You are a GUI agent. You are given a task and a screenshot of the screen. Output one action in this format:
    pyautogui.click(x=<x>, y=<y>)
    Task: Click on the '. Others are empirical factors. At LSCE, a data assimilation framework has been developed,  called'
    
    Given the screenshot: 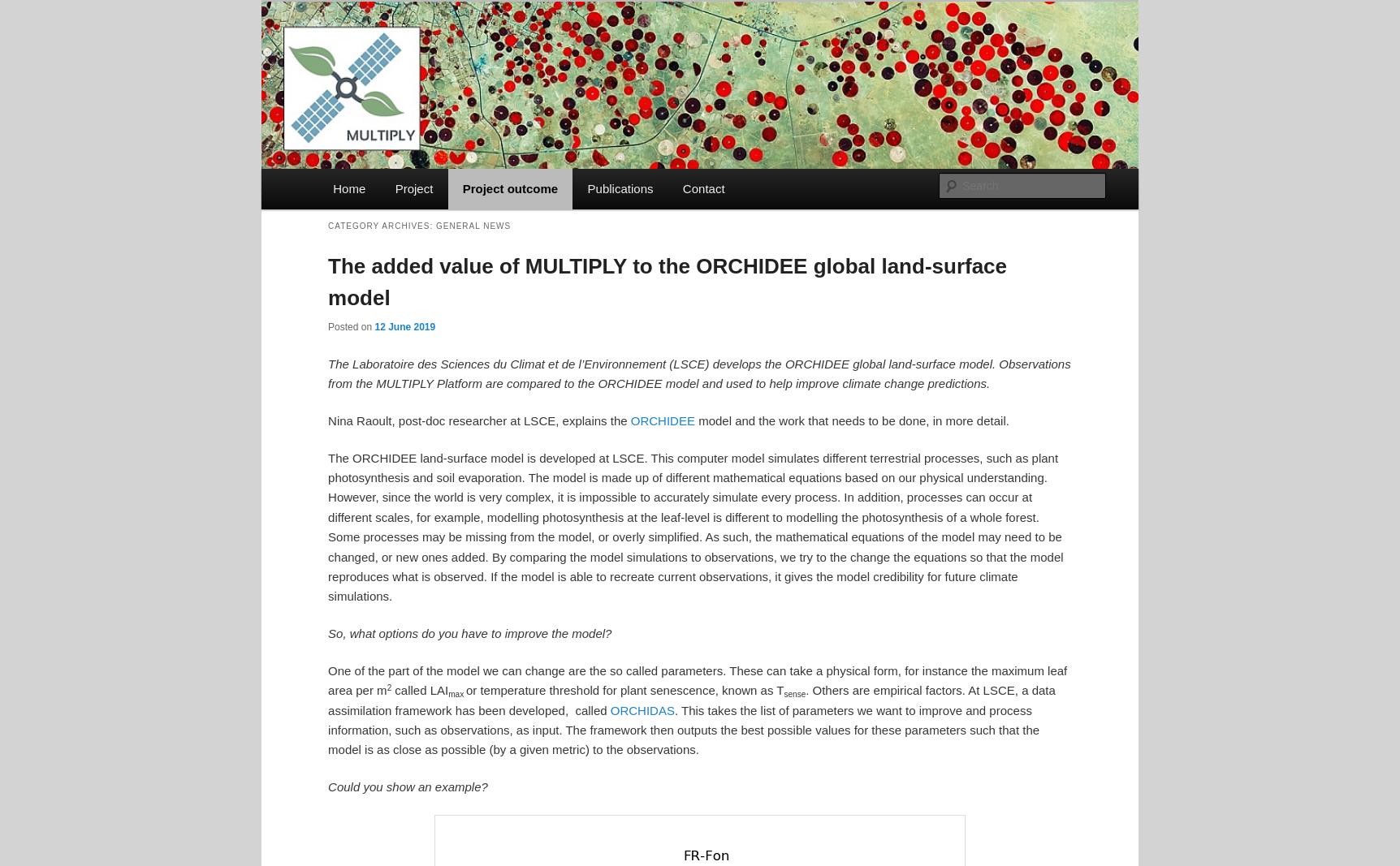 What is the action you would take?
    pyautogui.click(x=690, y=699)
    